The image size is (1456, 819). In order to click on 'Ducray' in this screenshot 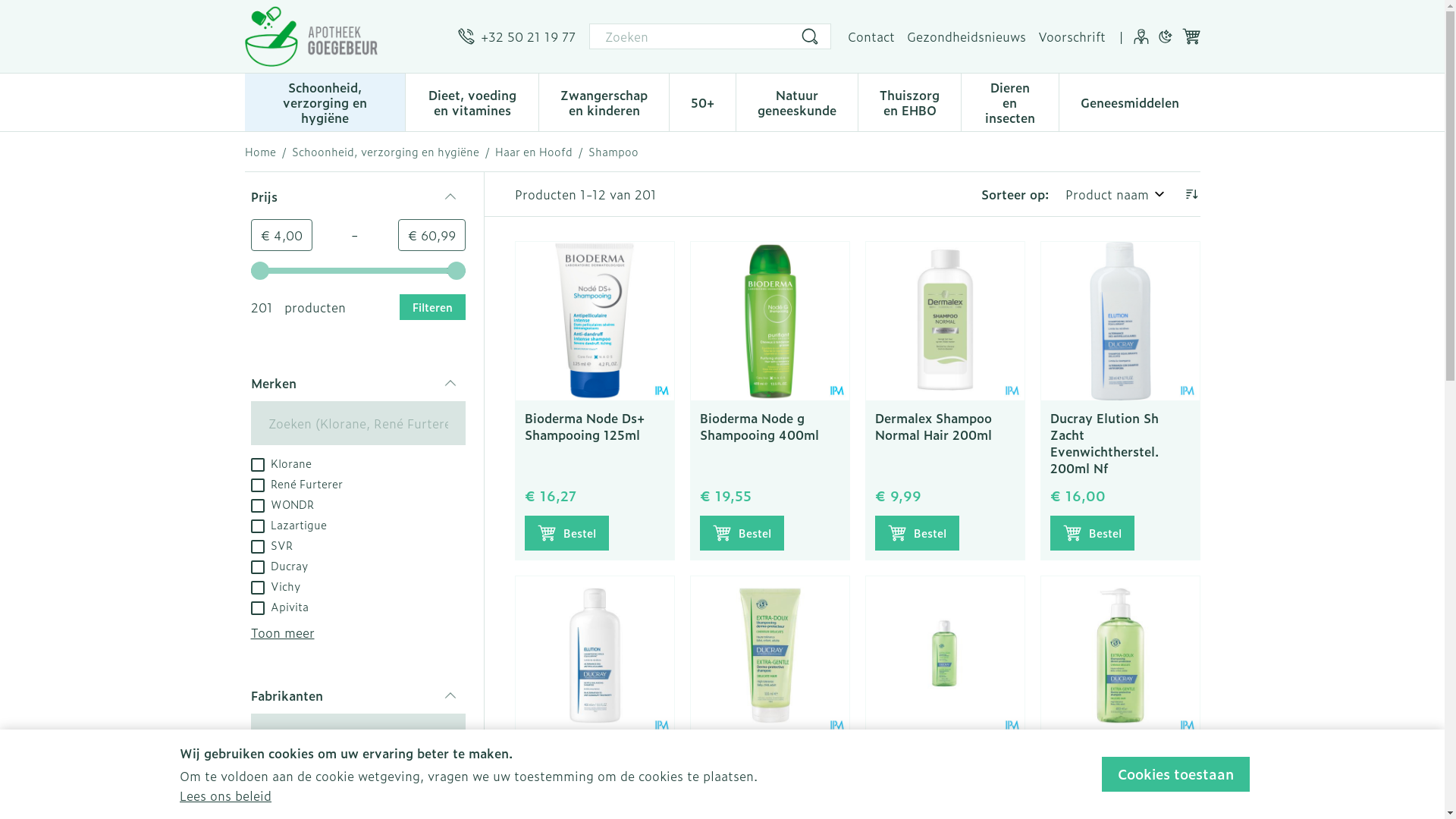, I will do `click(250, 564)`.